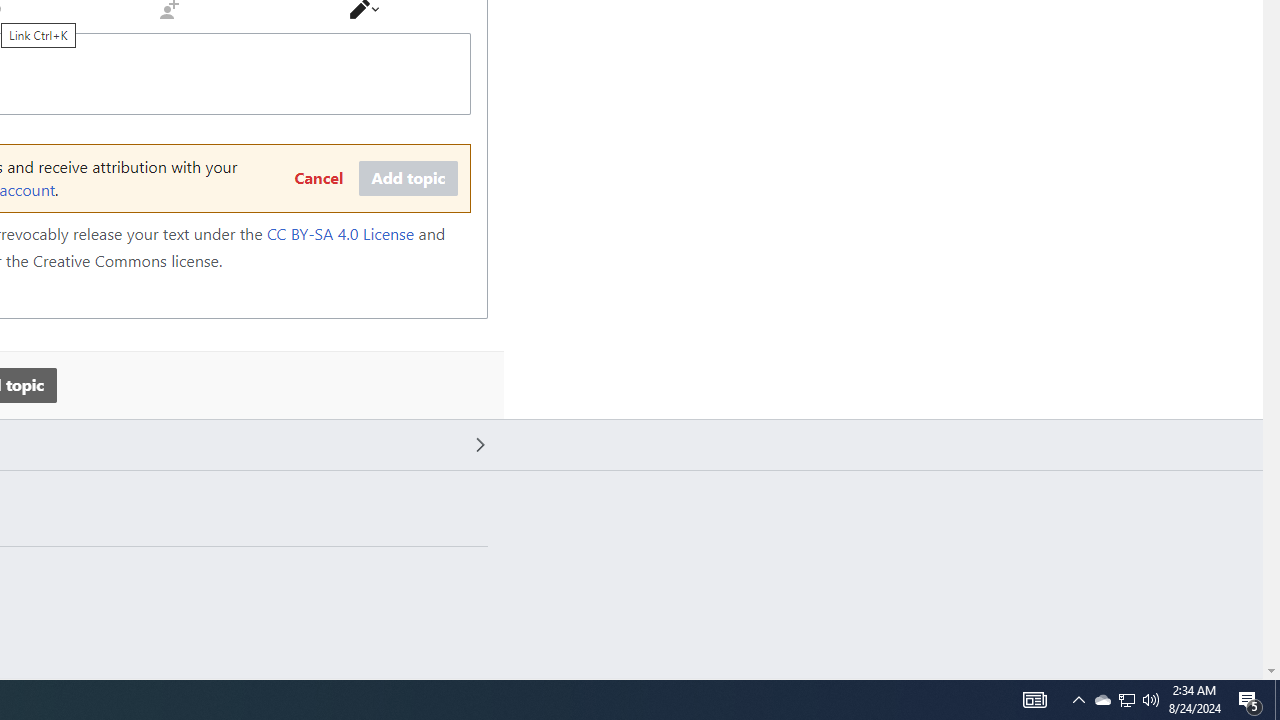  I want to click on 'CC BY-SA 4.0 License', so click(340, 233).